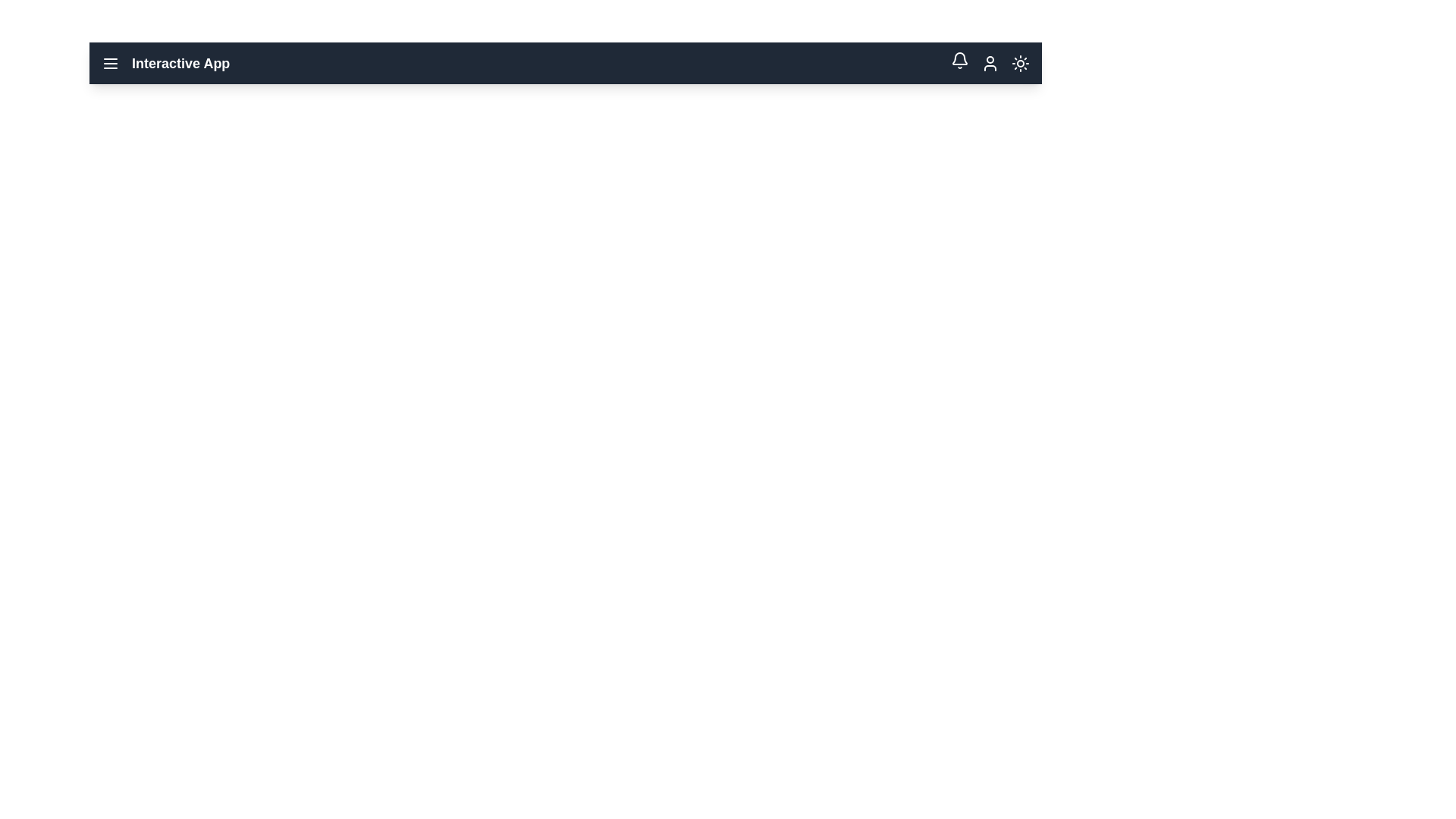  What do you see at coordinates (109, 62) in the screenshot?
I see `the menu icon to open the navigation menu` at bounding box center [109, 62].